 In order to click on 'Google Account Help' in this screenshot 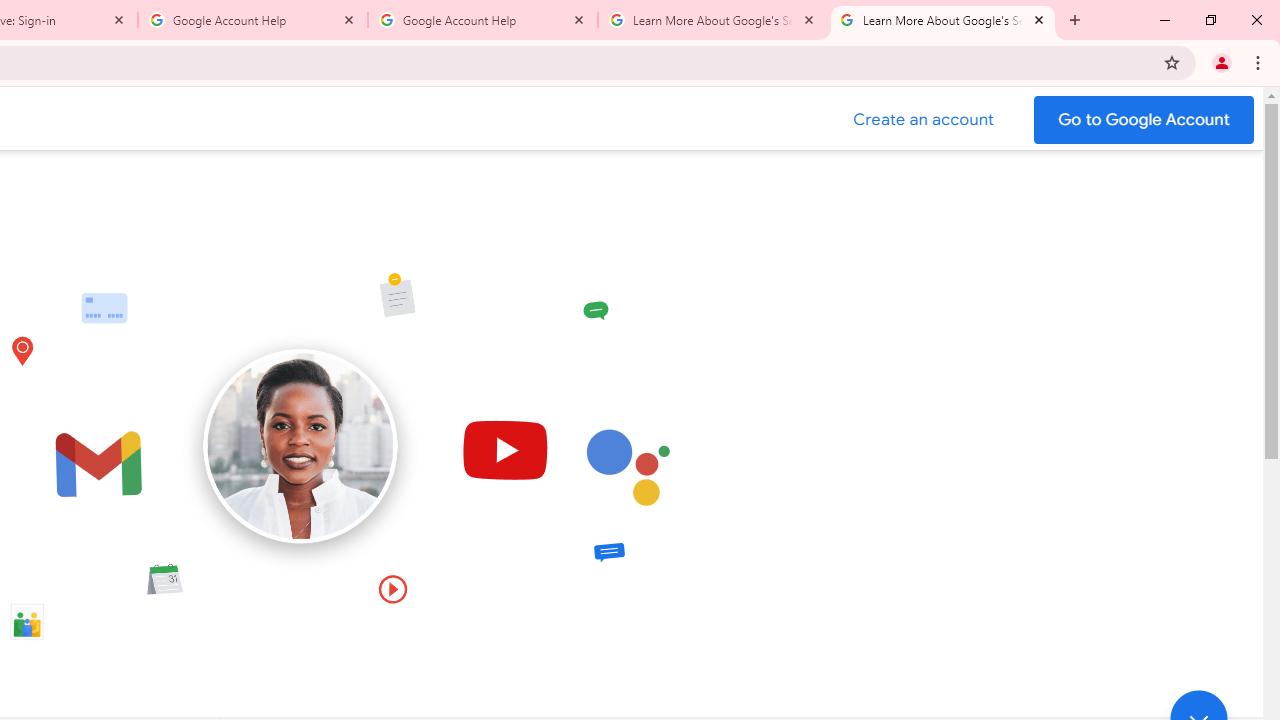, I will do `click(252, 20)`.